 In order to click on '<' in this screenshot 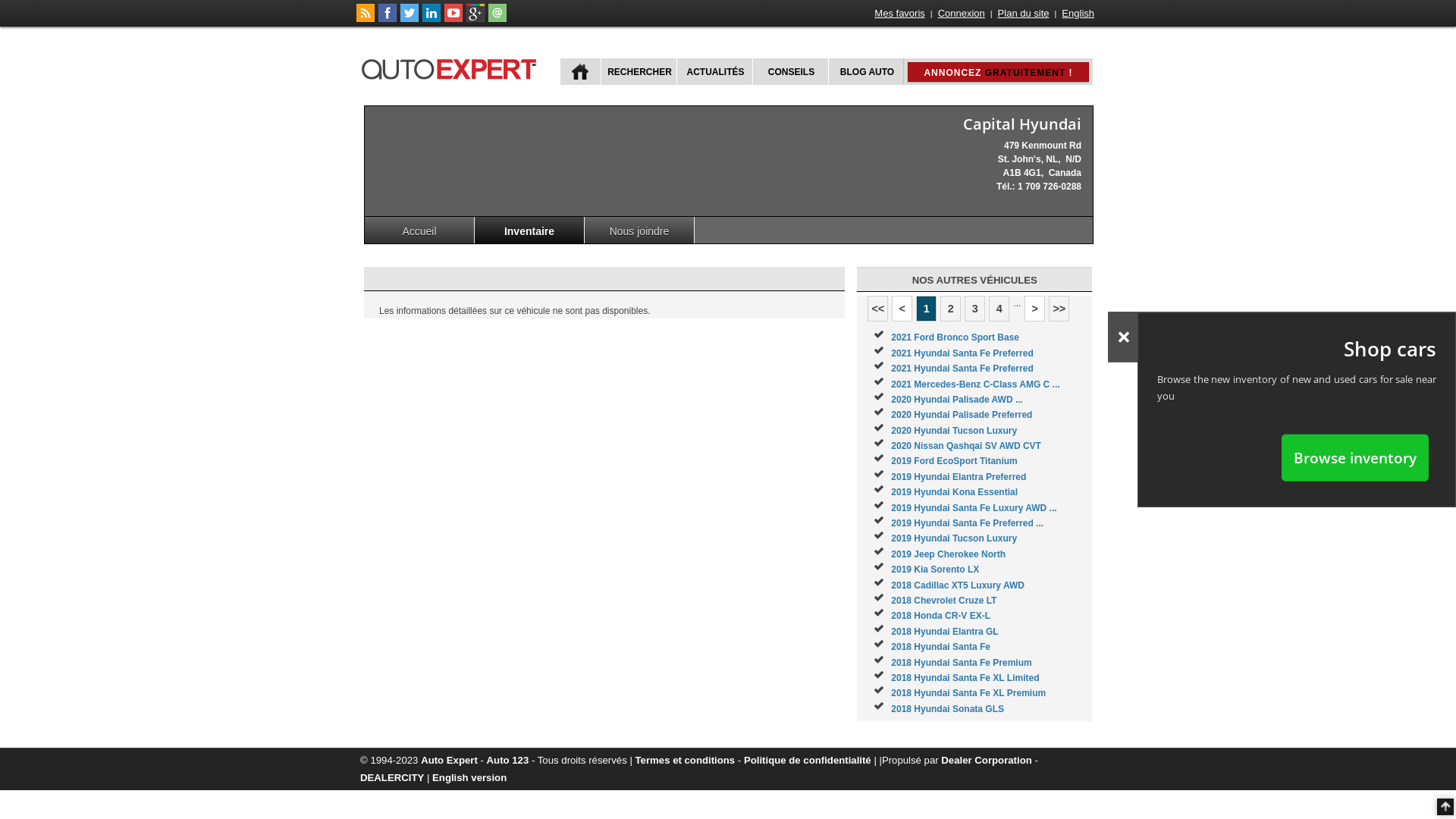, I will do `click(902, 308)`.